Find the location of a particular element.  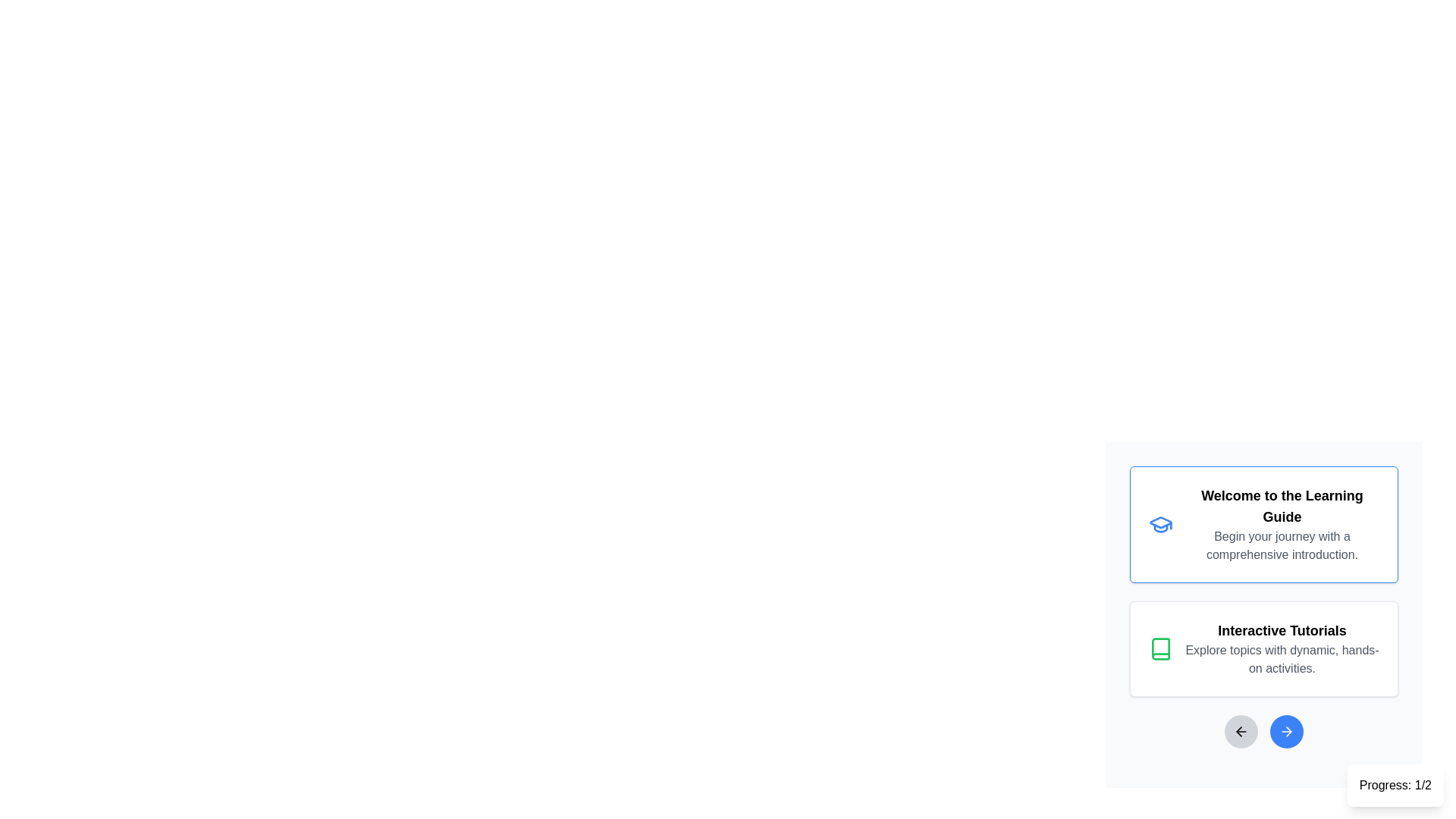

the circular blue button with a white right-pointing arrow to change its color, located at the bottom right corner of the interface is located at coordinates (1286, 730).